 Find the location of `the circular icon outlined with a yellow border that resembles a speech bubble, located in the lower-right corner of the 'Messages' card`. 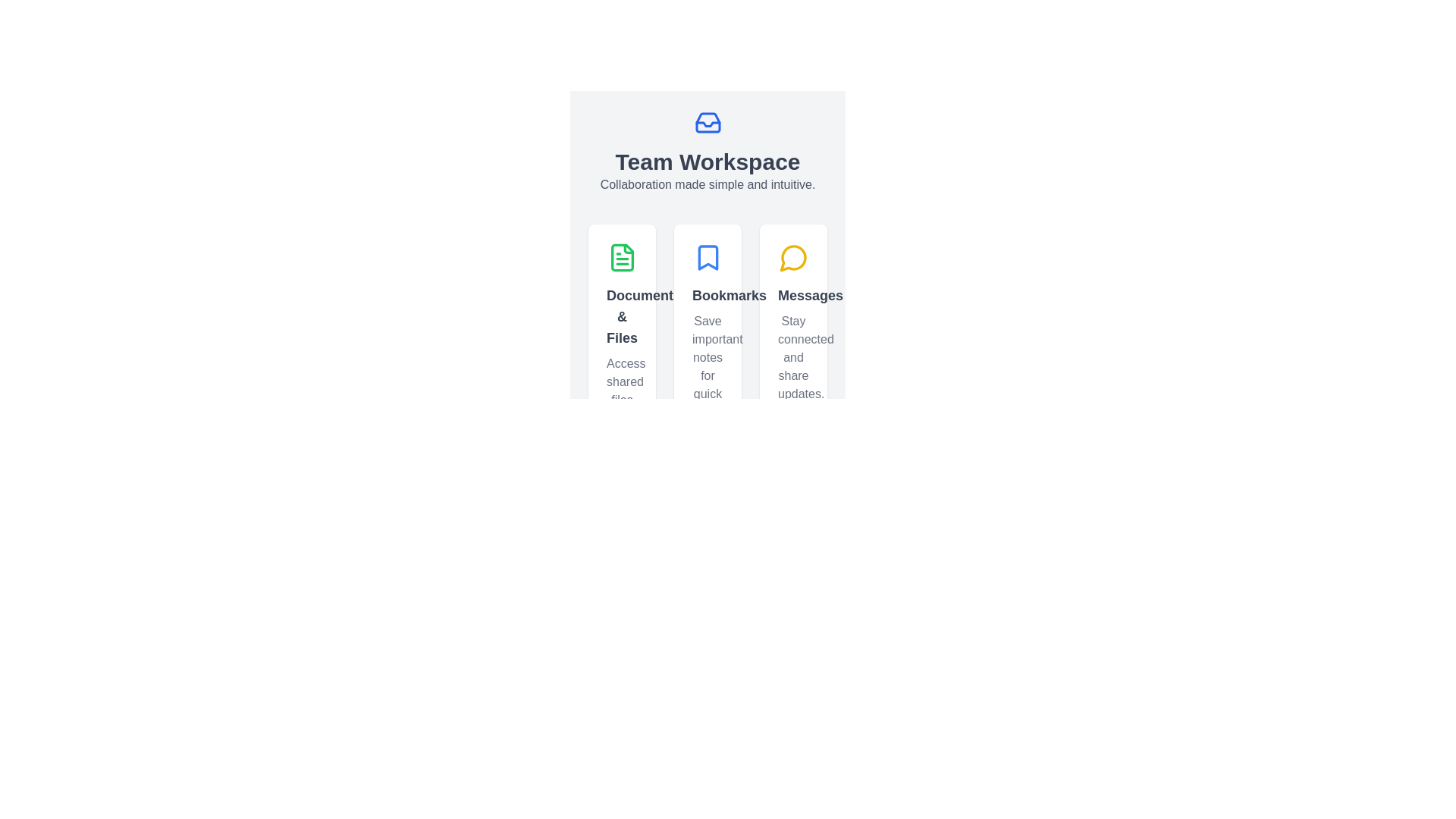

the circular icon outlined with a yellow border that resembles a speech bubble, located in the lower-right corner of the 'Messages' card is located at coordinates (792, 257).